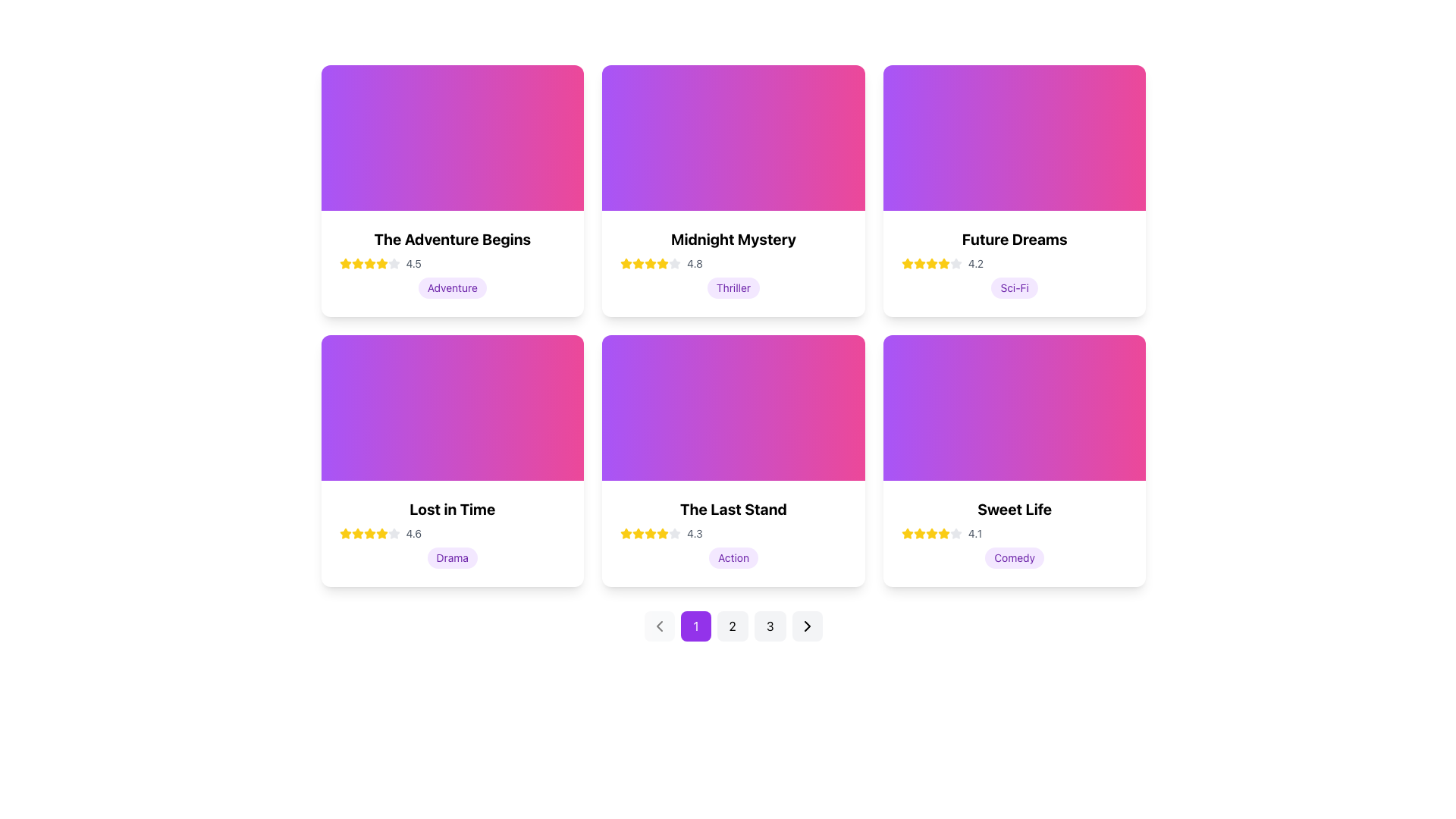 The height and width of the screenshot is (819, 1456). I want to click on tag labeled 'Drama' which is a compact rectangular element with a light purple background located centrally within the card labeled 'Lost in Time', so click(451, 558).